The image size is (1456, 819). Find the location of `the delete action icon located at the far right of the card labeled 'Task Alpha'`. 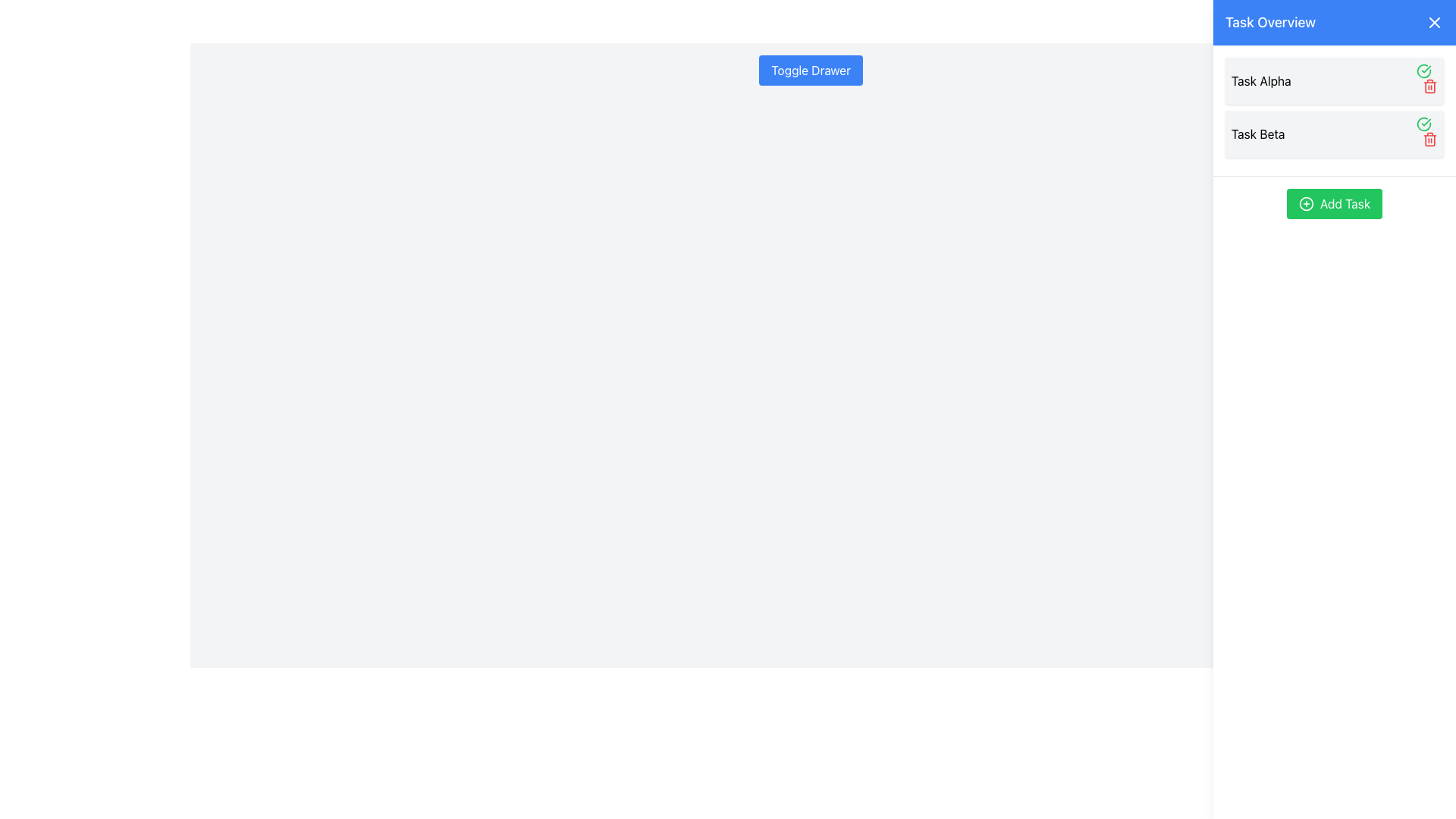

the delete action icon located at the far right of the card labeled 'Task Alpha' is located at coordinates (1426, 81).